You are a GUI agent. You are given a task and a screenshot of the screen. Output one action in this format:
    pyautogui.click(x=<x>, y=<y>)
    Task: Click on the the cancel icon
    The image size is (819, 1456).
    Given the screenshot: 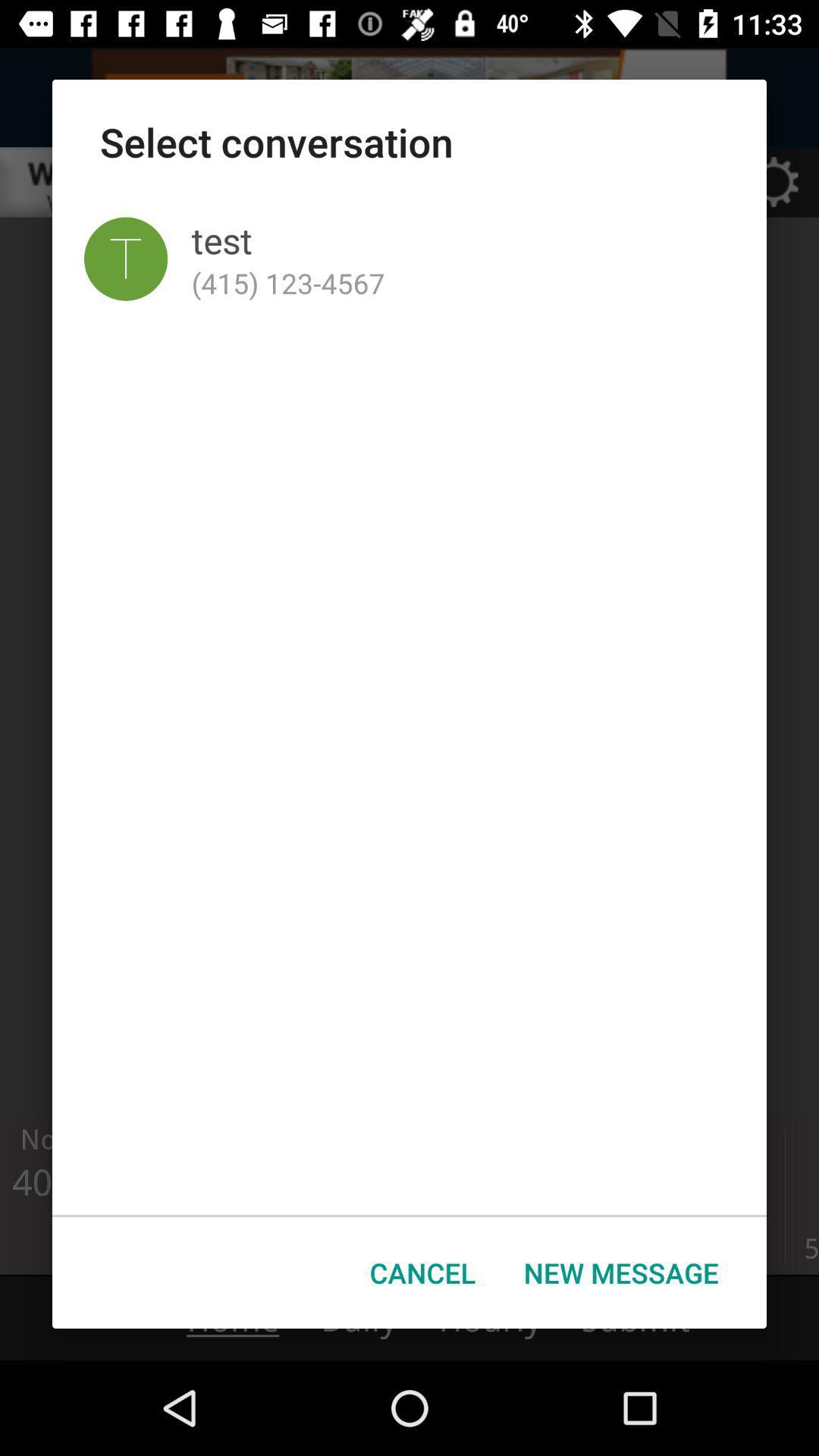 What is the action you would take?
    pyautogui.click(x=422, y=1272)
    